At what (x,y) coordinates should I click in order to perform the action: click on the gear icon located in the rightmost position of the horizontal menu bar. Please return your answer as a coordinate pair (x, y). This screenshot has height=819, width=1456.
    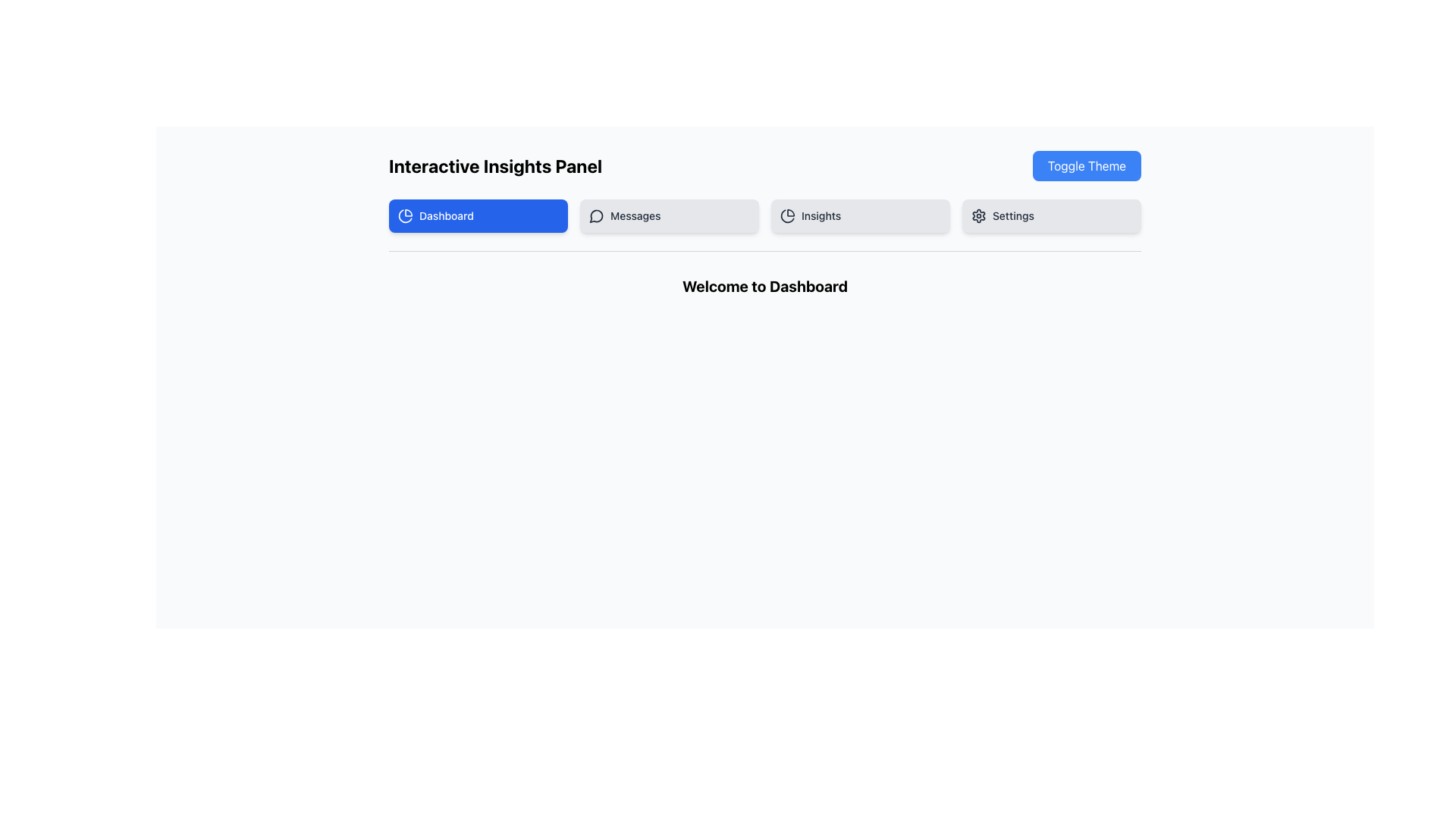
    Looking at the image, I should click on (979, 216).